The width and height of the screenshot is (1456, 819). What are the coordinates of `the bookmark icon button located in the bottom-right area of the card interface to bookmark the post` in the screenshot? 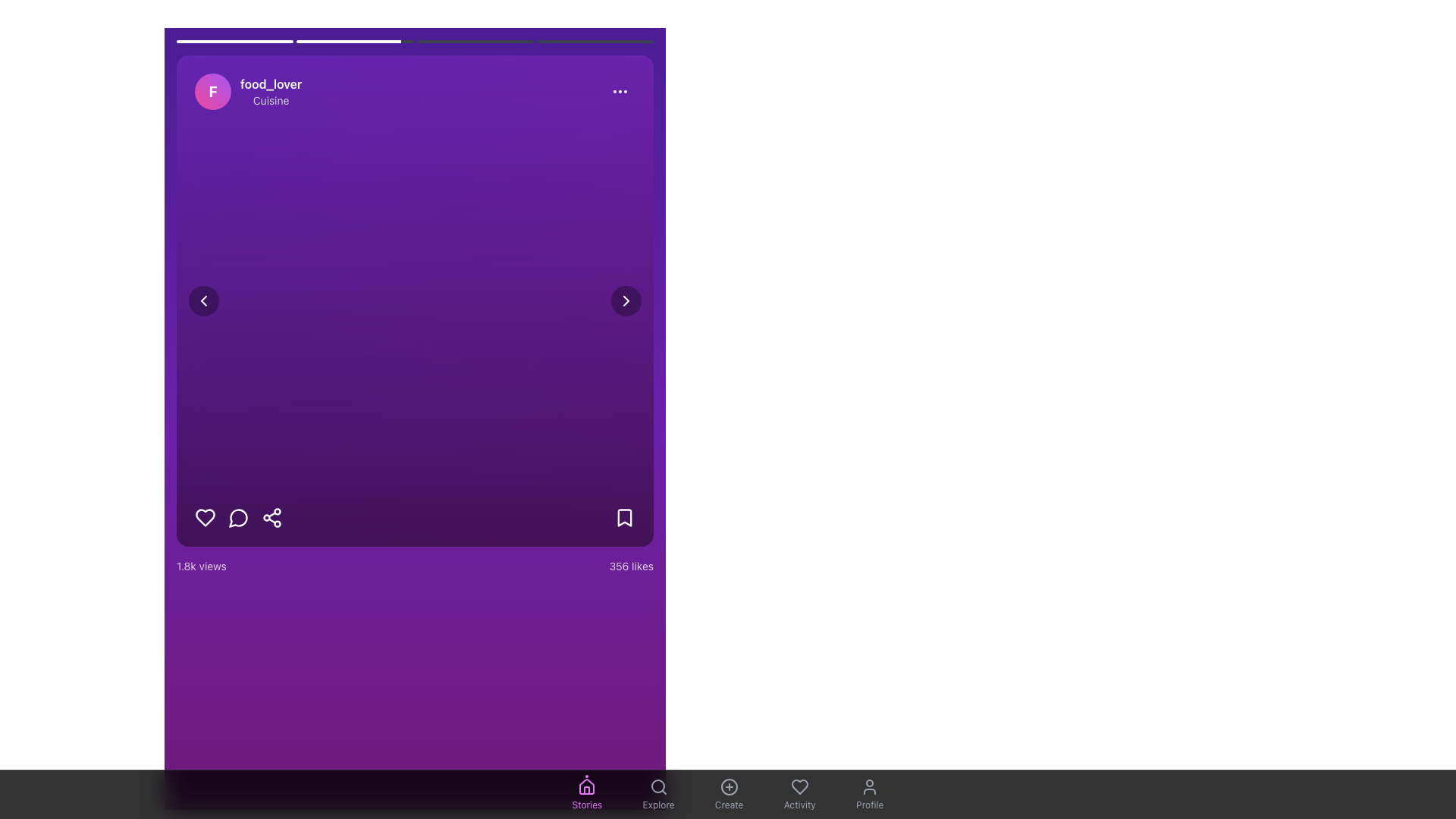 It's located at (625, 516).